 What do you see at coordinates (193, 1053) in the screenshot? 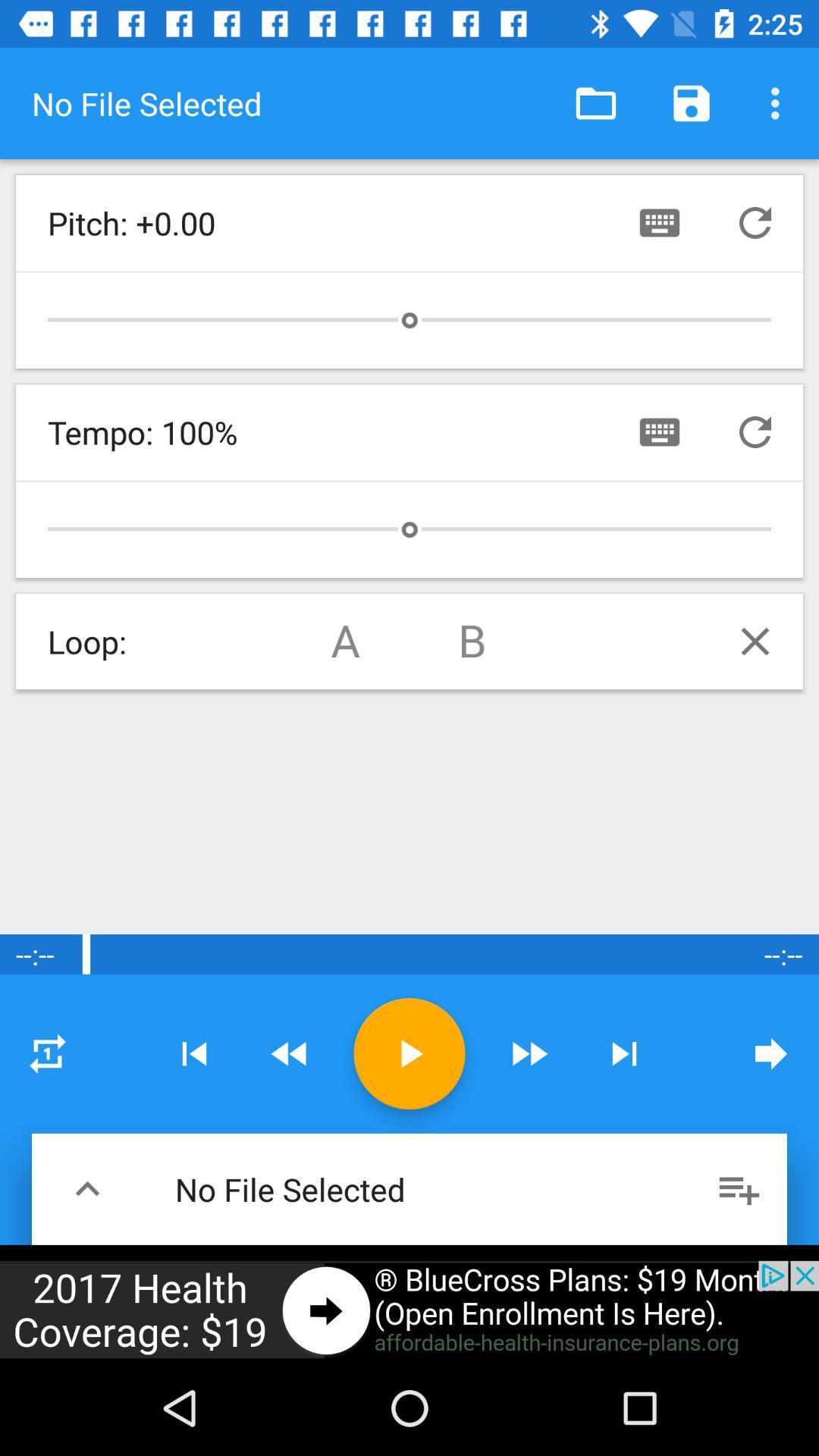
I see `change track` at bounding box center [193, 1053].